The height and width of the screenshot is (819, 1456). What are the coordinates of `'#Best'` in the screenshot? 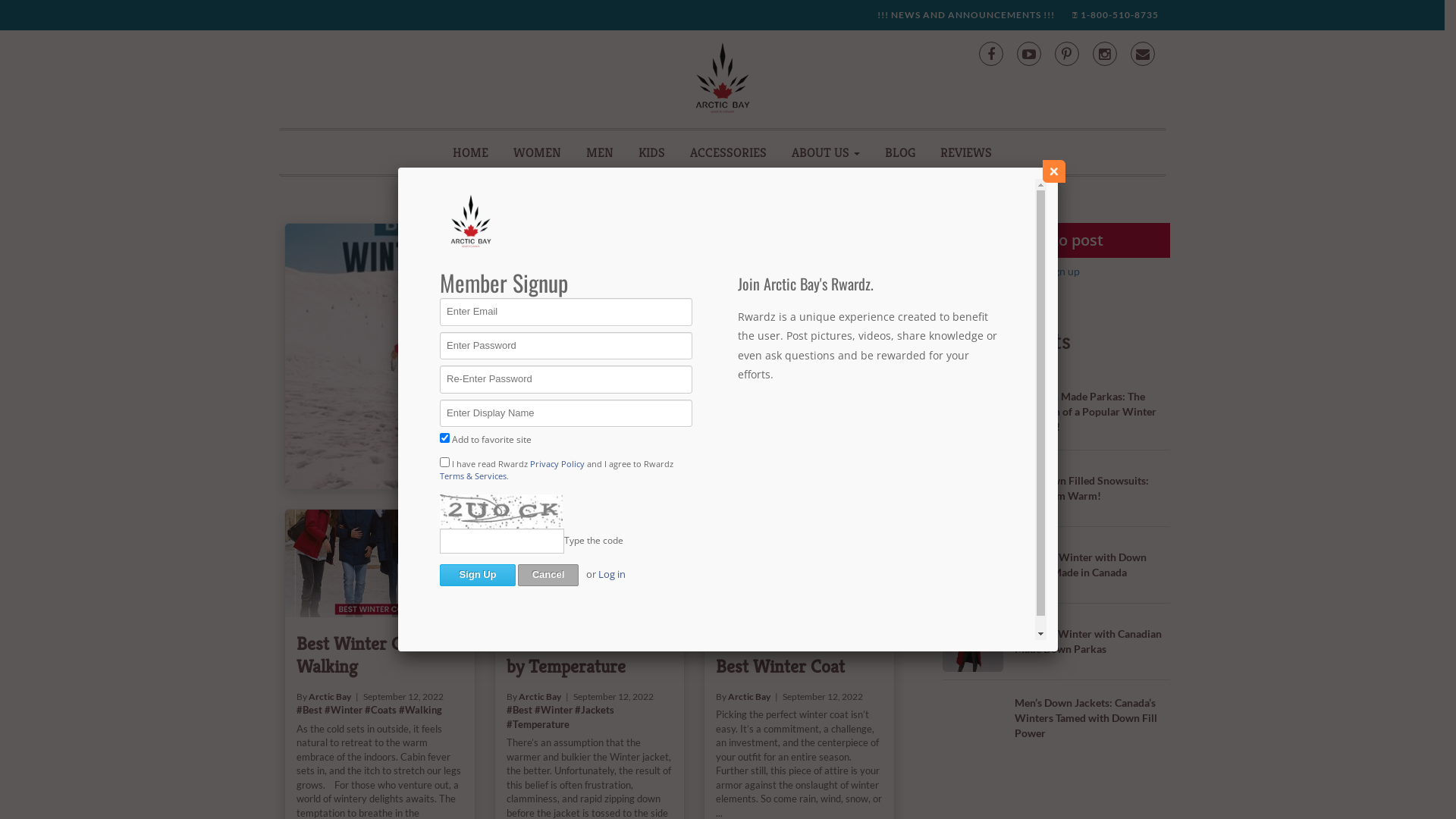 It's located at (644, 293).